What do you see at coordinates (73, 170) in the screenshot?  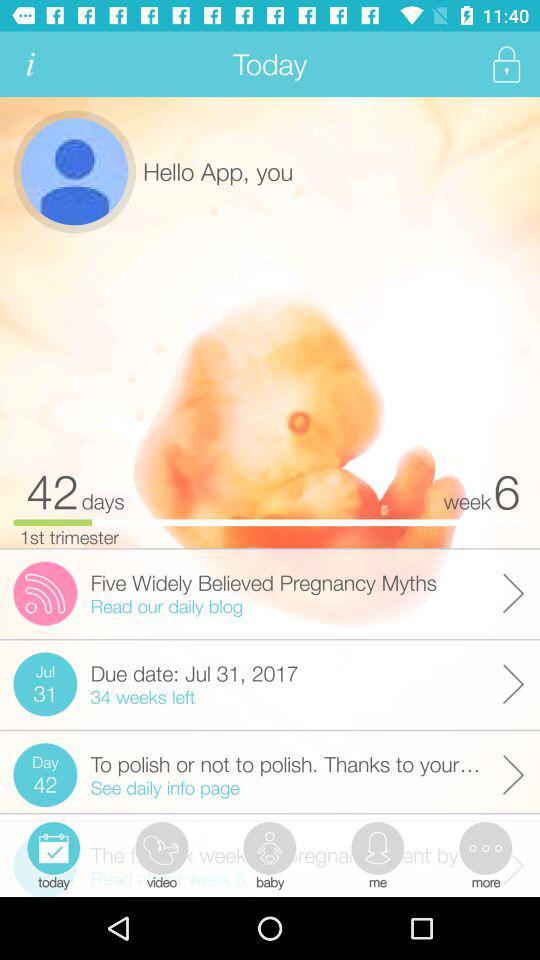 I see `the avatar icon` at bounding box center [73, 170].